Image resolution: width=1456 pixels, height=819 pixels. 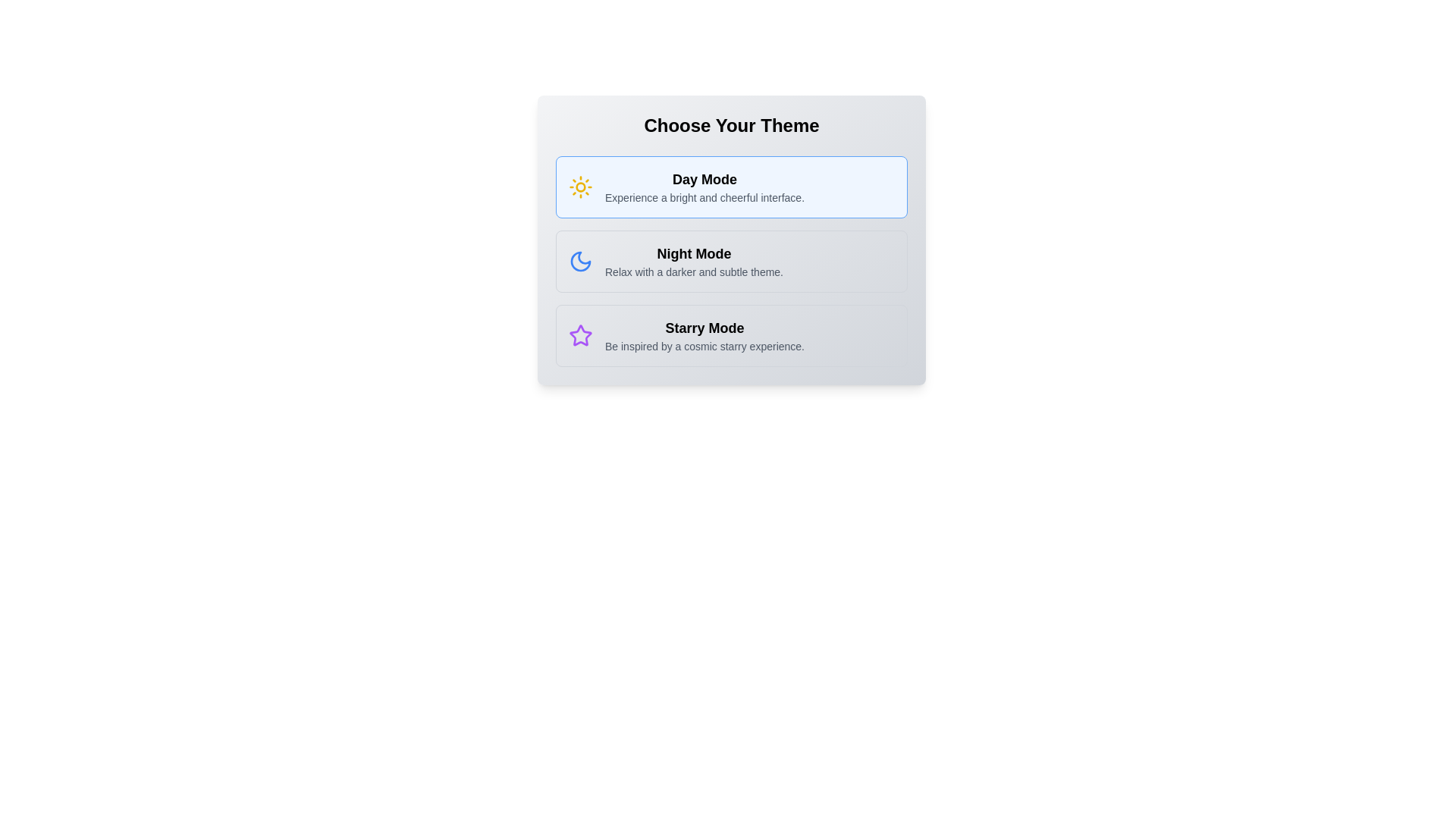 What do you see at coordinates (693, 260) in the screenshot?
I see `the 'Night Mode' text block` at bounding box center [693, 260].